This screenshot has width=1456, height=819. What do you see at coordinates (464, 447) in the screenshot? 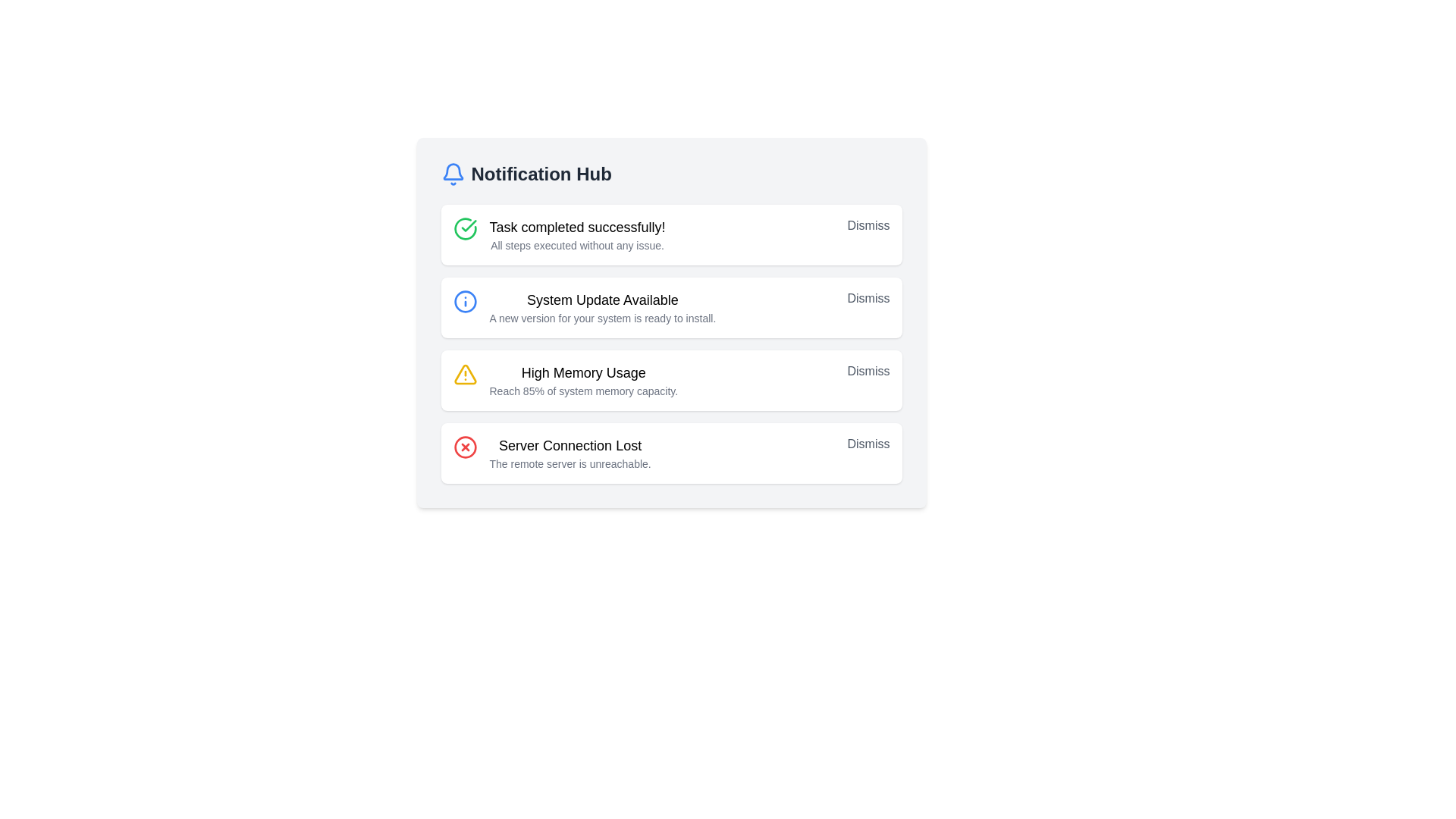
I see `the error indicator icon located on the left side of the notification labeled 'Server Connection Lost.' This icon visually indicates an error or failure status` at bounding box center [464, 447].